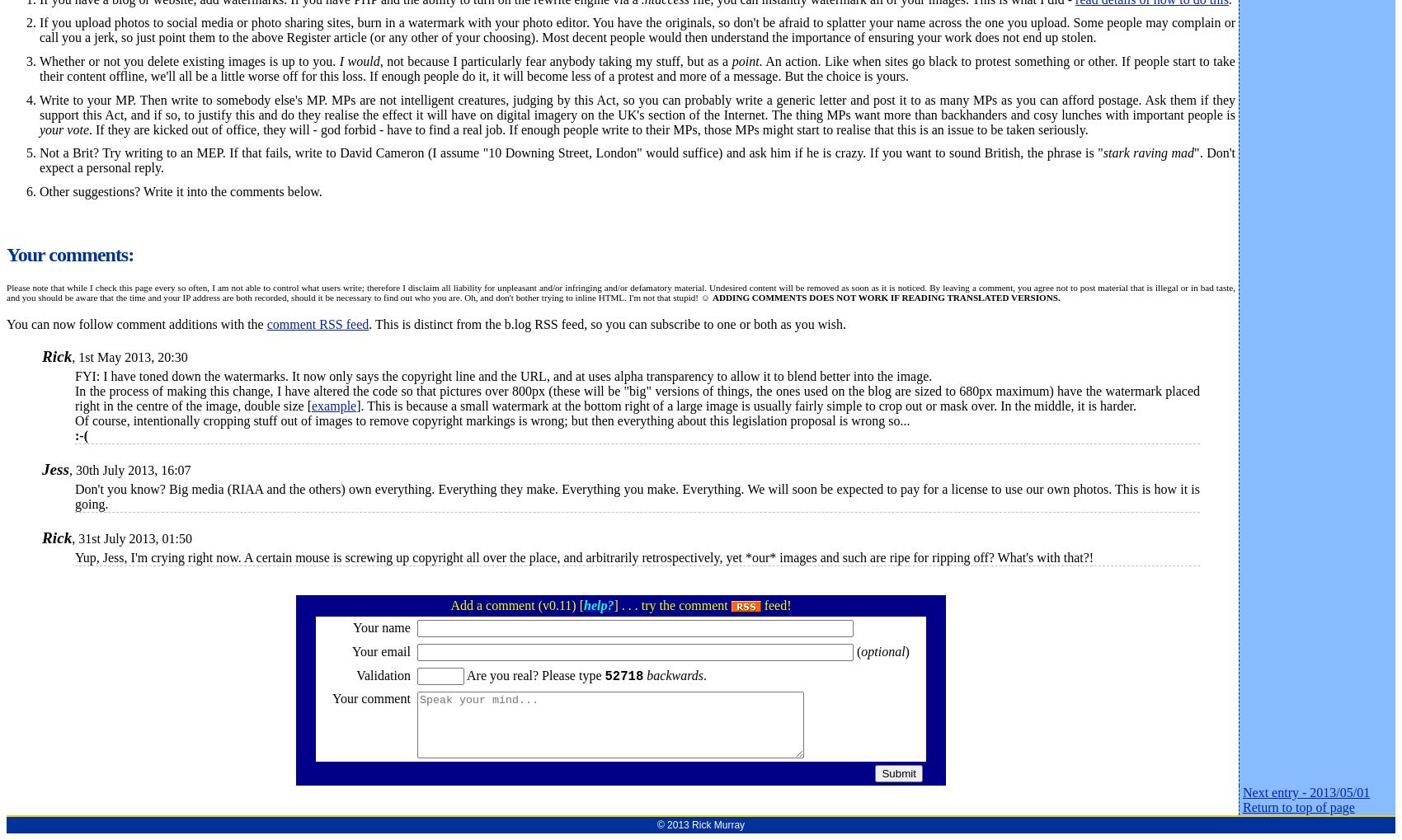 The height and width of the screenshot is (840, 1402). What do you see at coordinates (493, 419) in the screenshot?
I see `'Of course, intentionally cropping stuff out of images to remove copyright markings is wrong; but then everything about this legislation proposal is wrong so...'` at bounding box center [493, 419].